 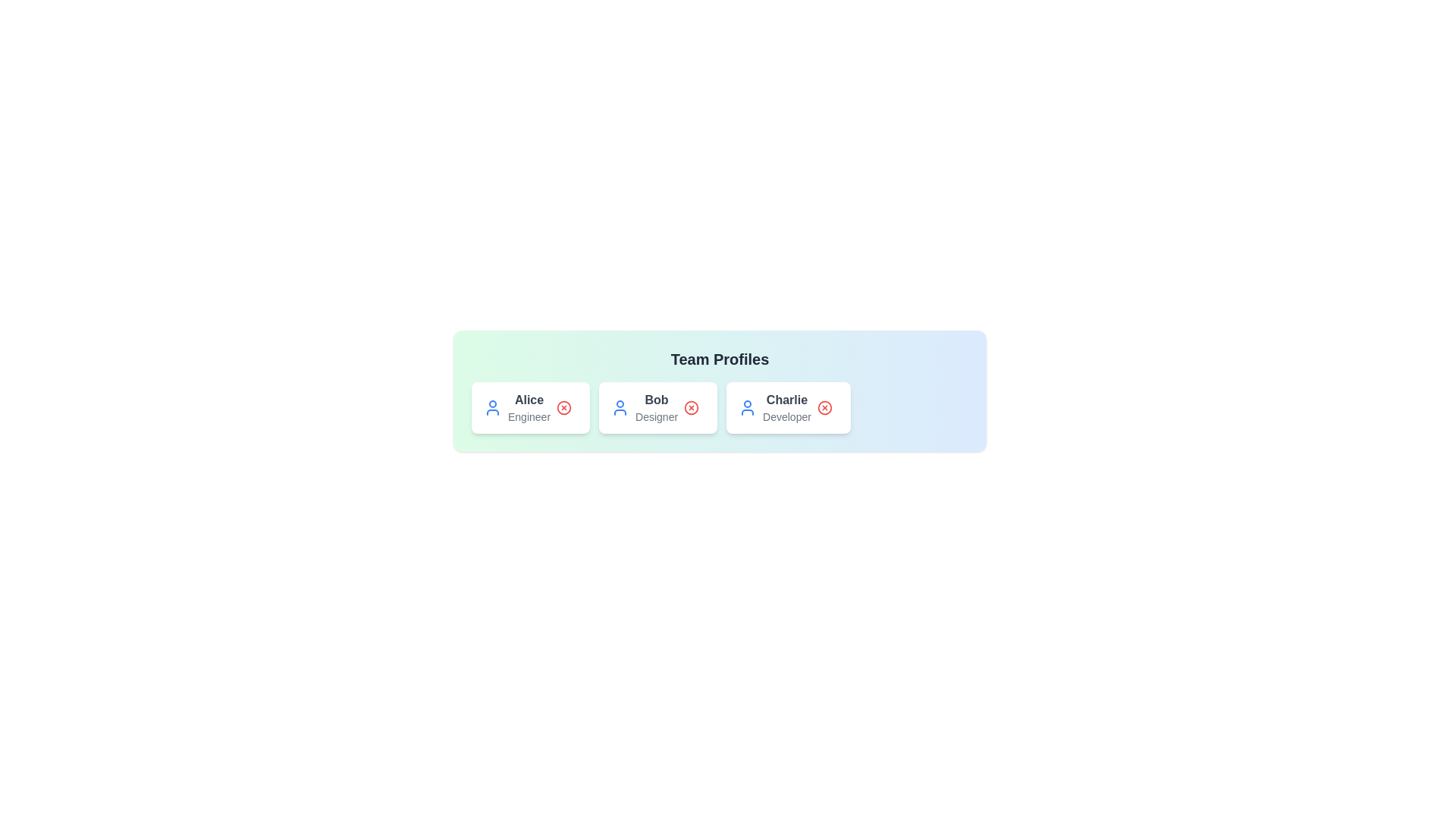 What do you see at coordinates (492, 406) in the screenshot?
I see `the user icon associated with the profile Alice` at bounding box center [492, 406].